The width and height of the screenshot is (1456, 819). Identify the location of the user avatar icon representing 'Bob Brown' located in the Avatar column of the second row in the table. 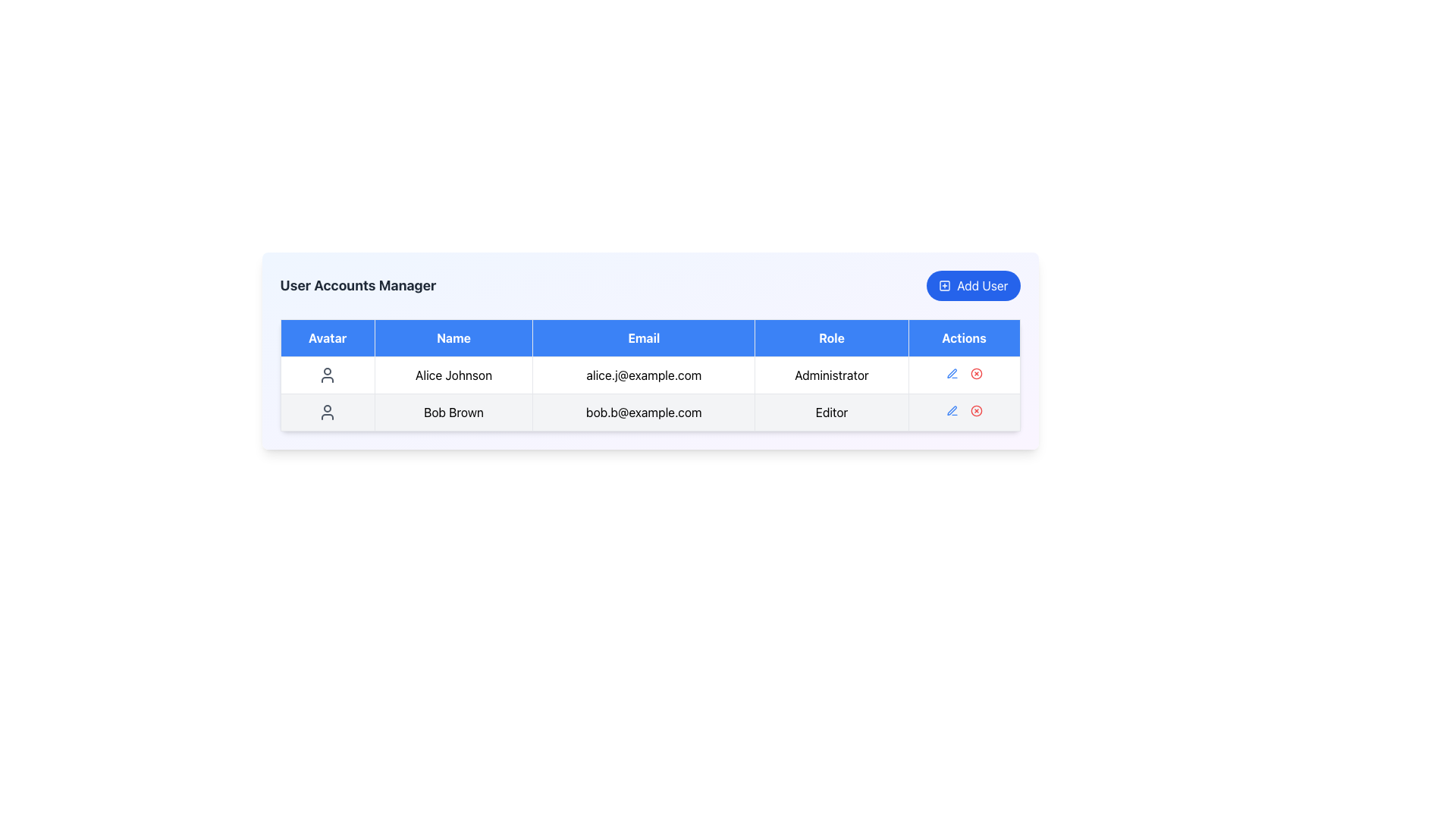
(327, 412).